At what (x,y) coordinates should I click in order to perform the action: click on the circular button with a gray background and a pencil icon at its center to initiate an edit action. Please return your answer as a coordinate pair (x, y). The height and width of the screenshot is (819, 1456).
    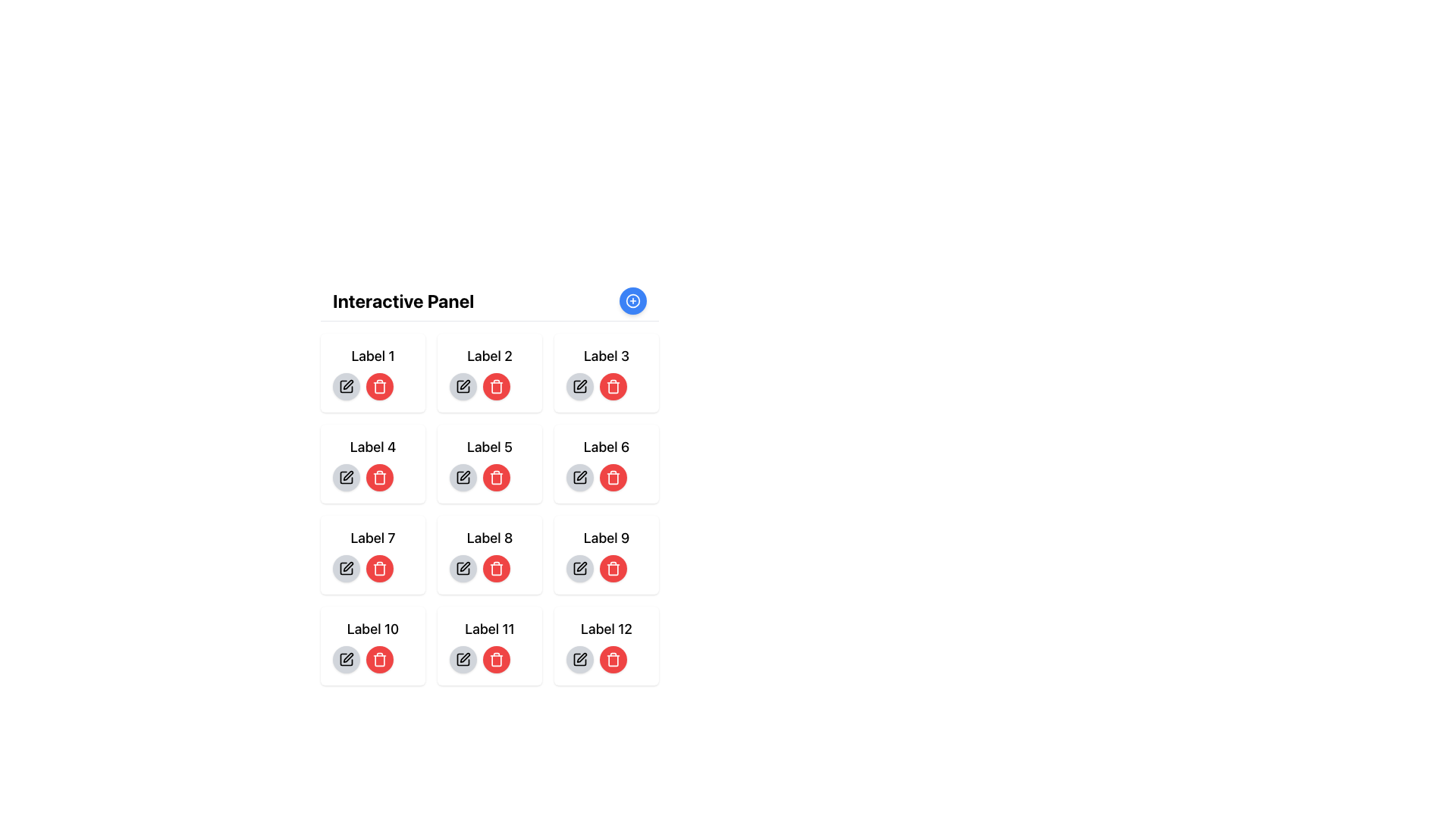
    Looking at the image, I should click on (345, 659).